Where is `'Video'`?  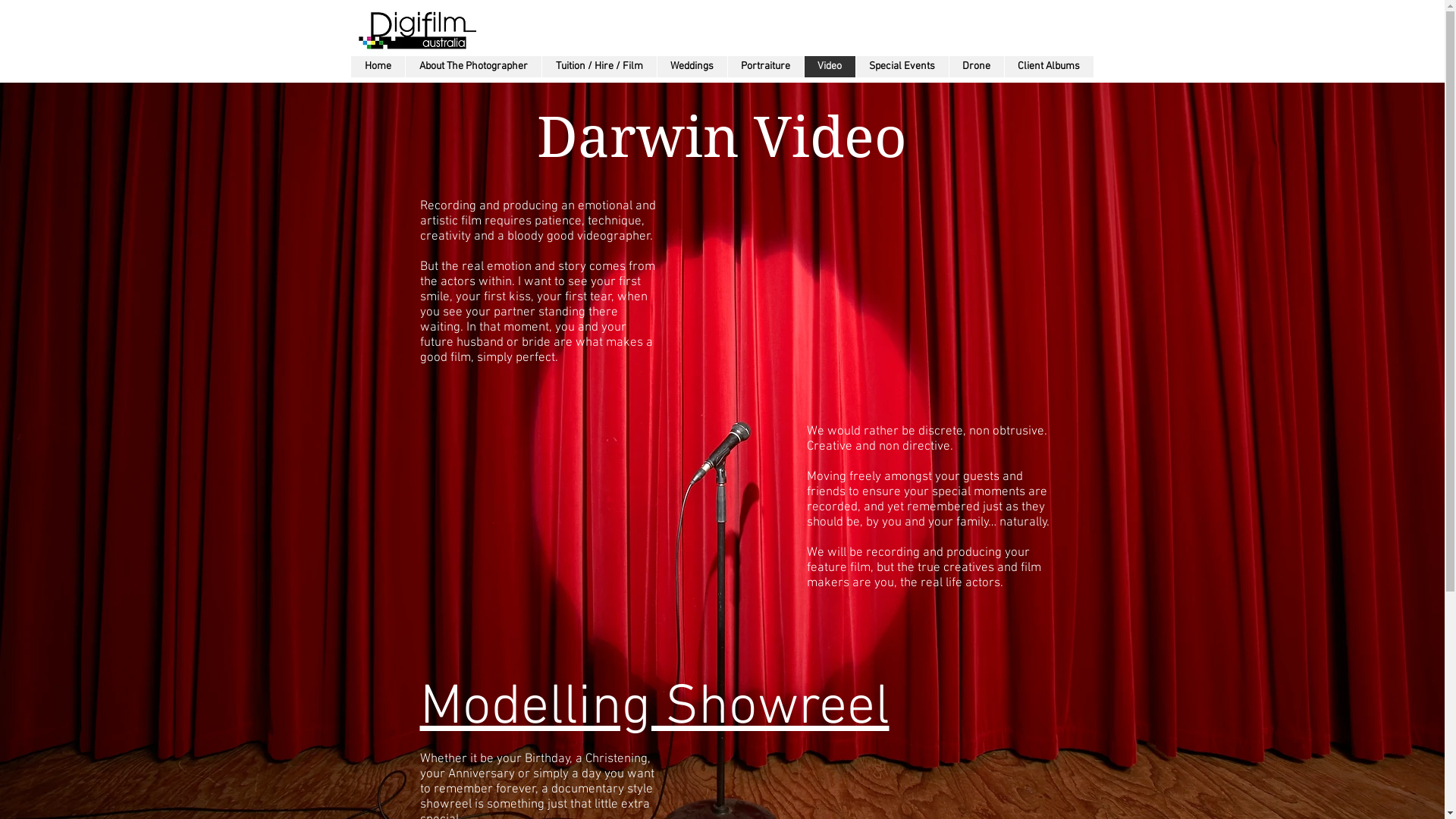 'Video' is located at coordinates (829, 66).